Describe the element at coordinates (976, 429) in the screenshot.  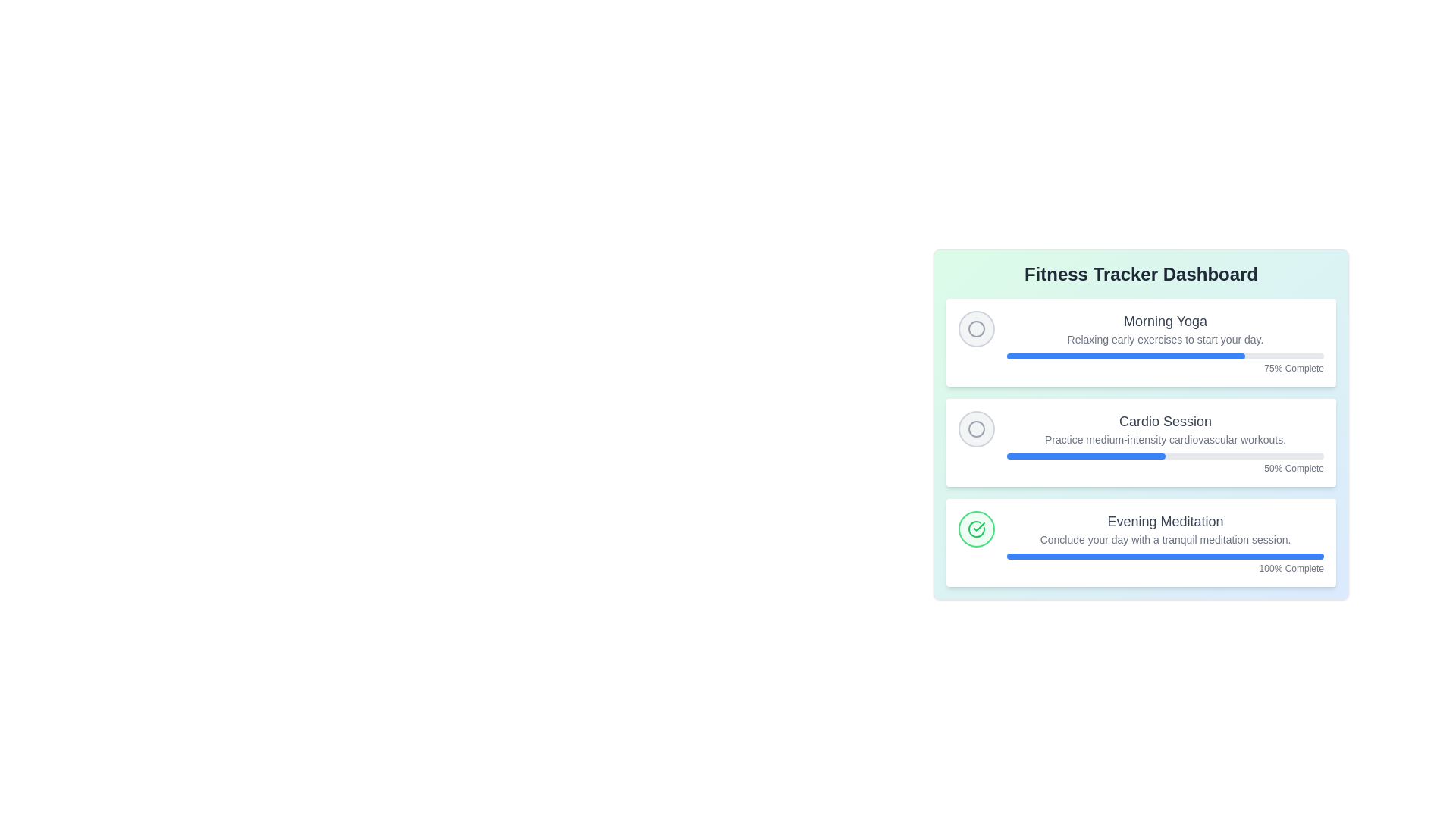
I see `the circular icon with a gray outline and light gray background located in the top-left section of the 'Cardio Session' card, positioned left of the 'Cardio Session' title` at that location.